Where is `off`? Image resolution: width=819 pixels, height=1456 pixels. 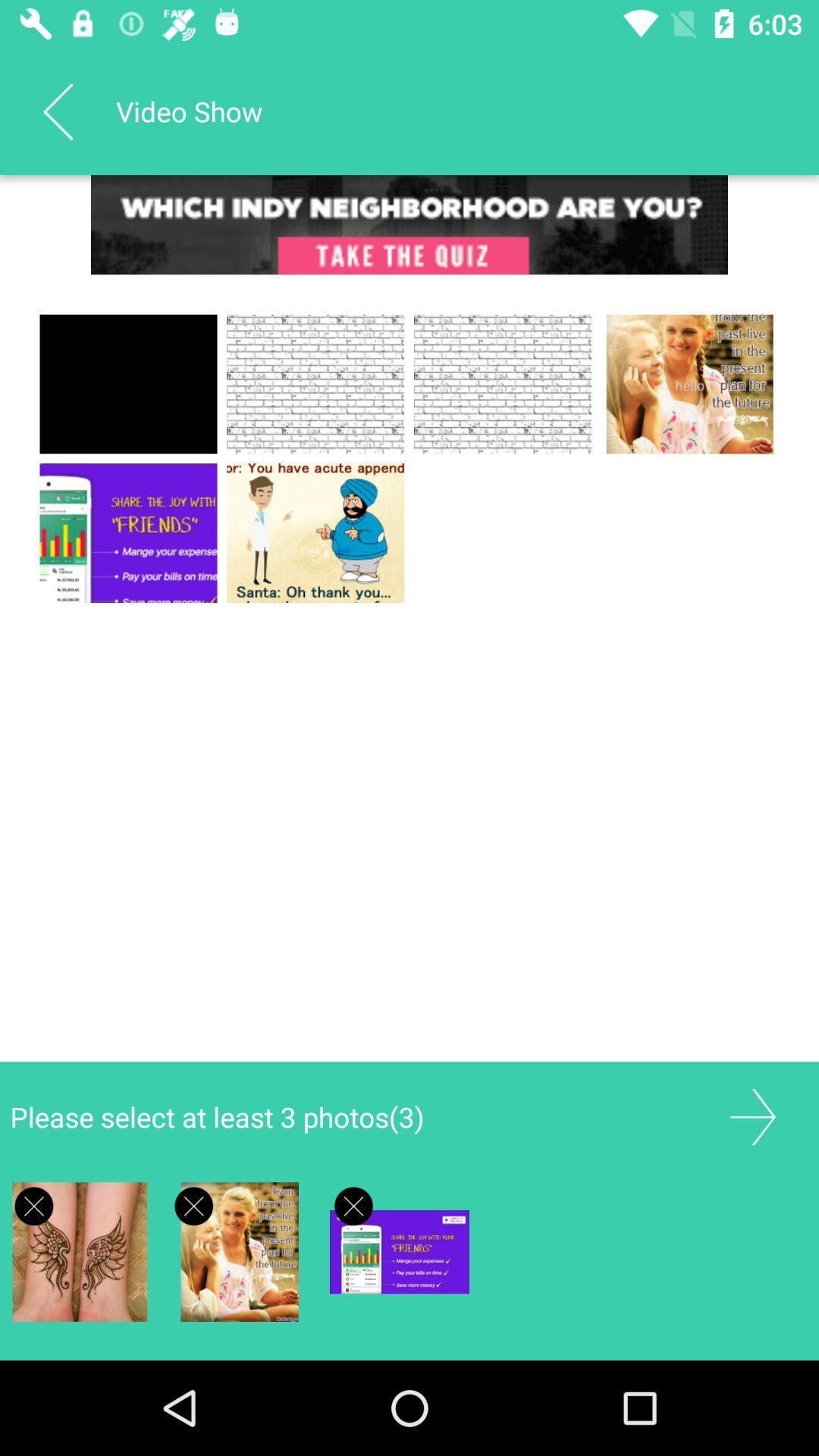
off is located at coordinates (353, 1205).